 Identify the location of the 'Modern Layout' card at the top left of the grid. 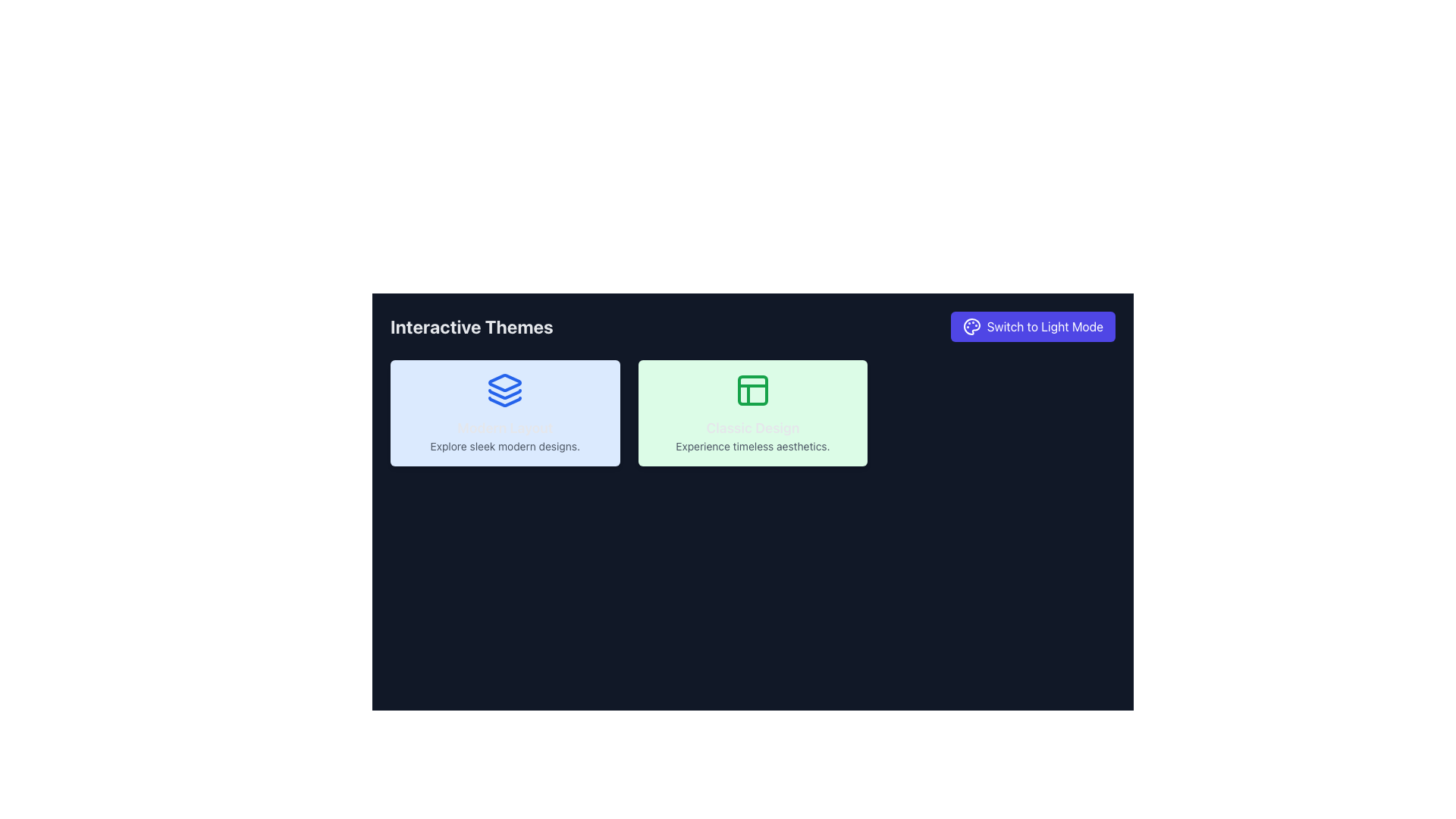
(505, 413).